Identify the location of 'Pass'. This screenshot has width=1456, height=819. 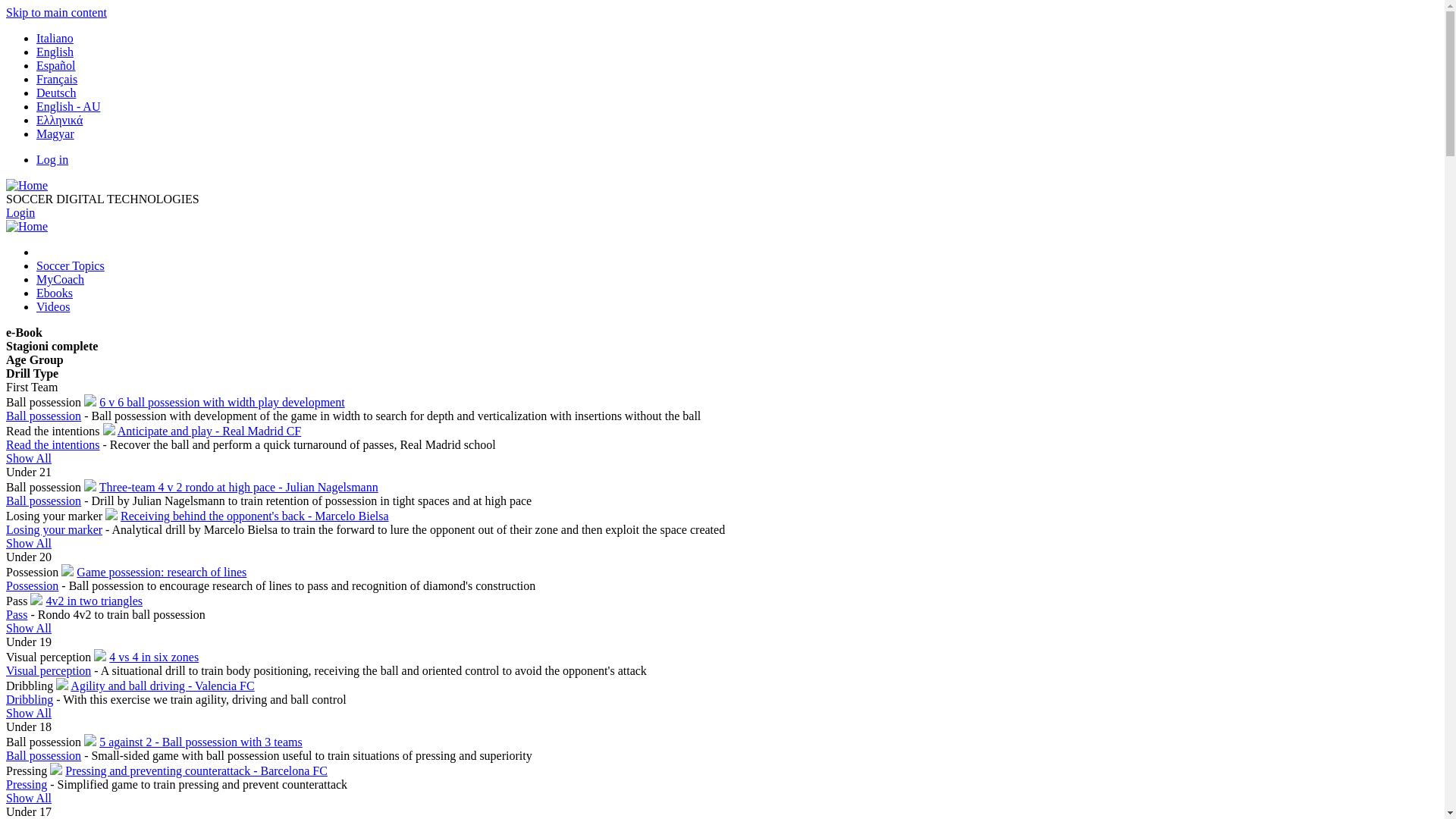
(17, 614).